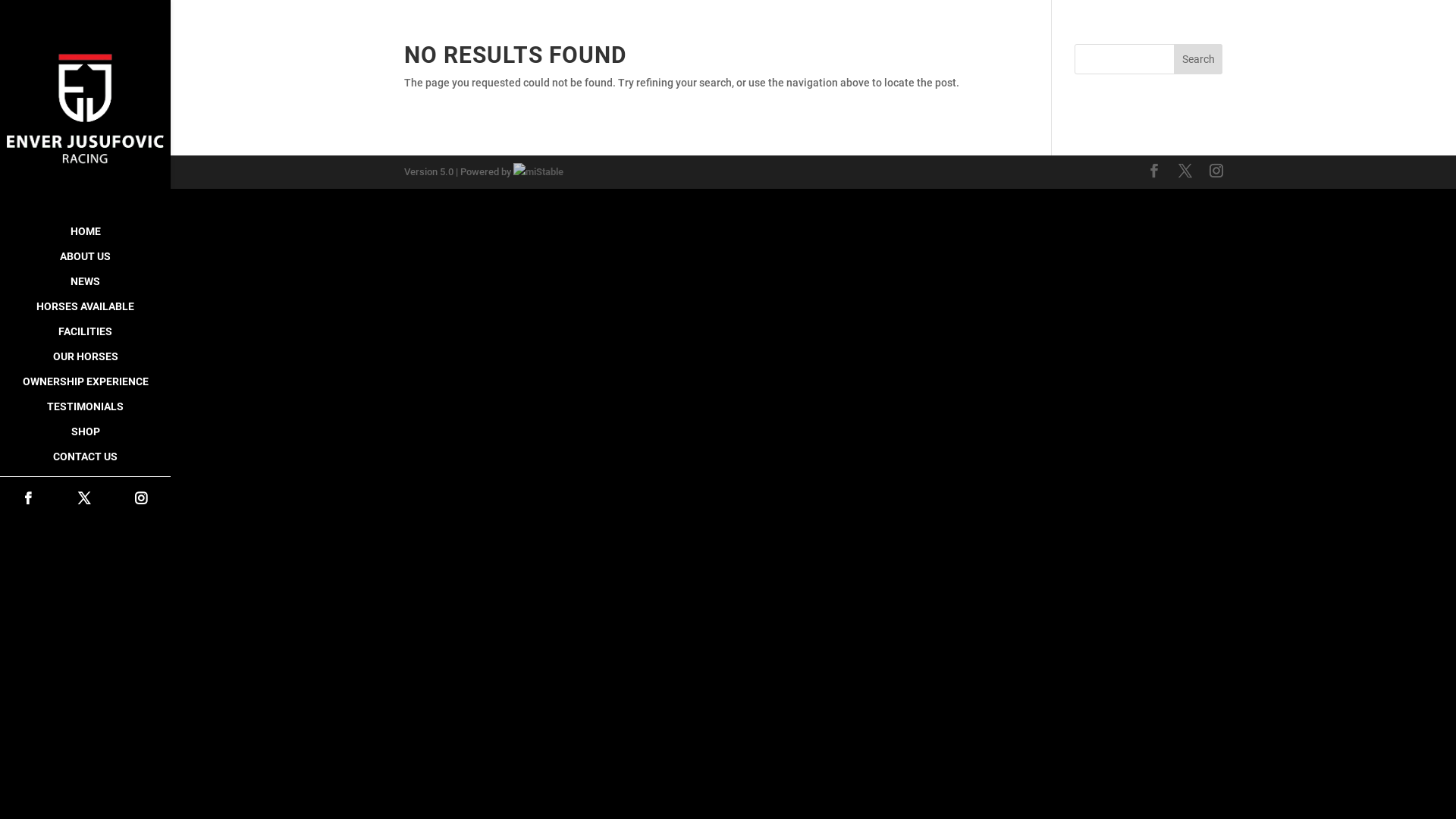 The width and height of the screenshot is (1456, 819). I want to click on 'INSTAGRAM', so click(141, 499).